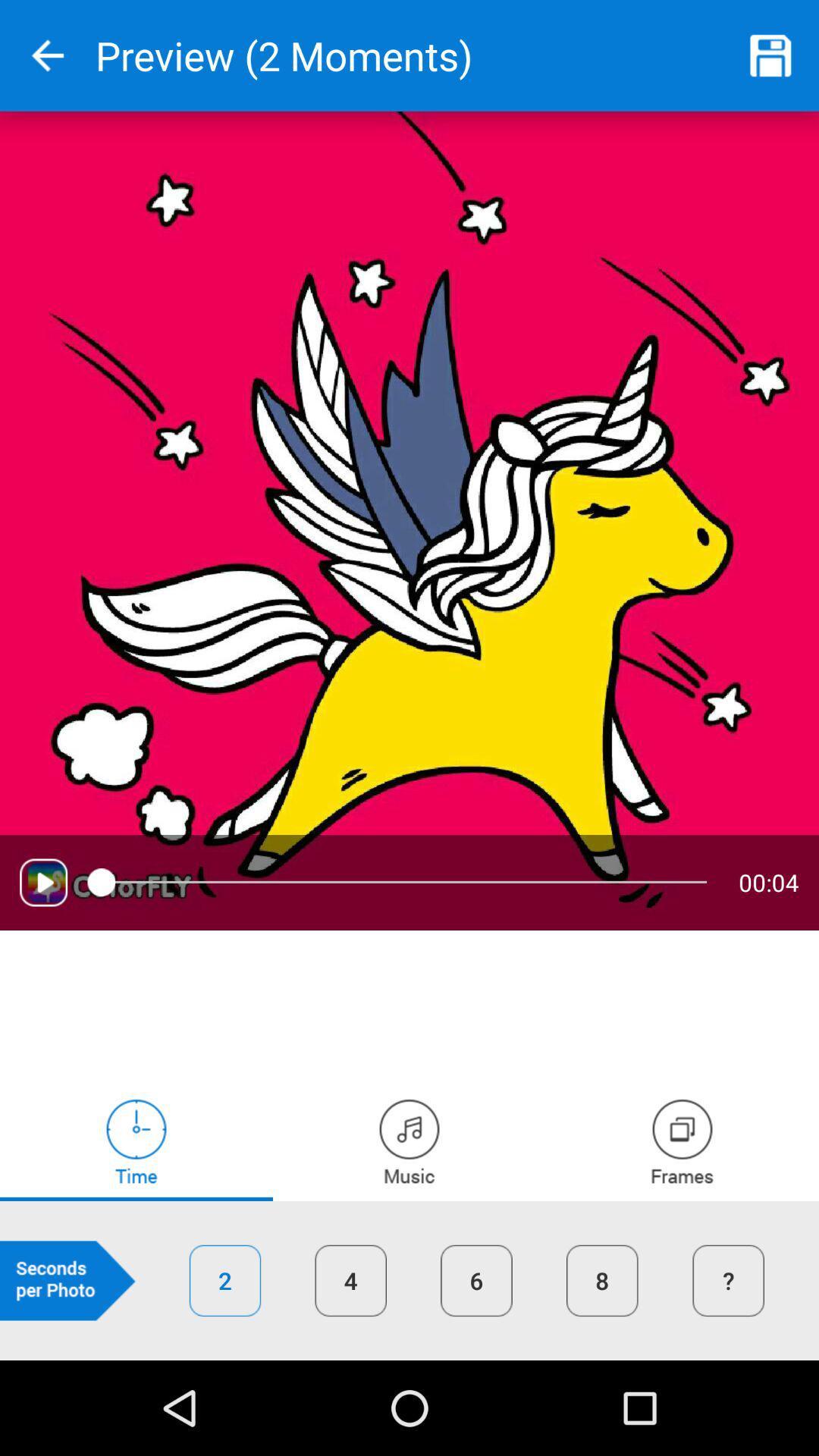 Image resolution: width=819 pixels, height=1456 pixels. What do you see at coordinates (681, 1141) in the screenshot?
I see `the microphone icon` at bounding box center [681, 1141].